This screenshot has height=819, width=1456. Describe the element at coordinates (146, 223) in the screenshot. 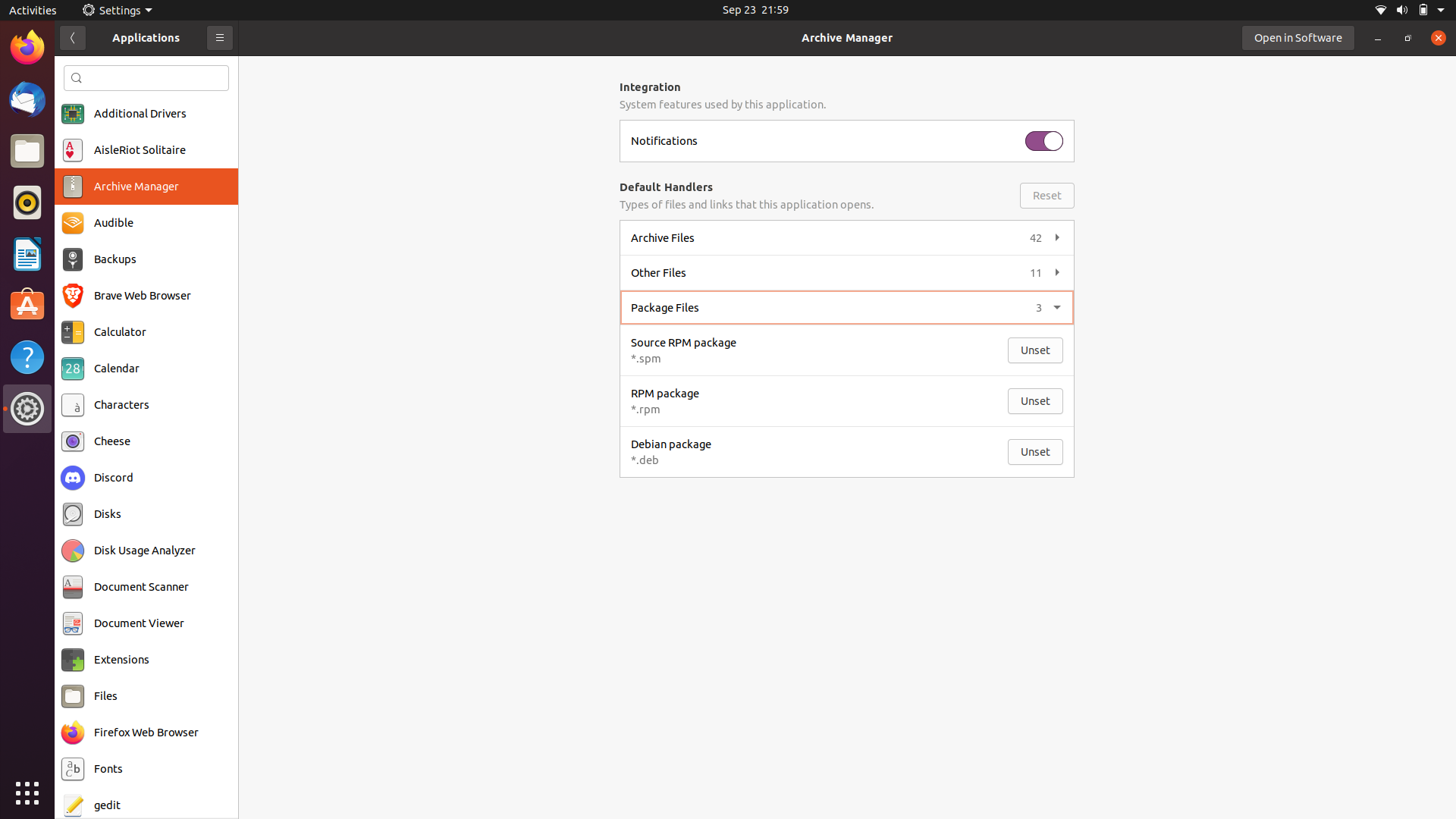

I see `Start Audible program` at that location.